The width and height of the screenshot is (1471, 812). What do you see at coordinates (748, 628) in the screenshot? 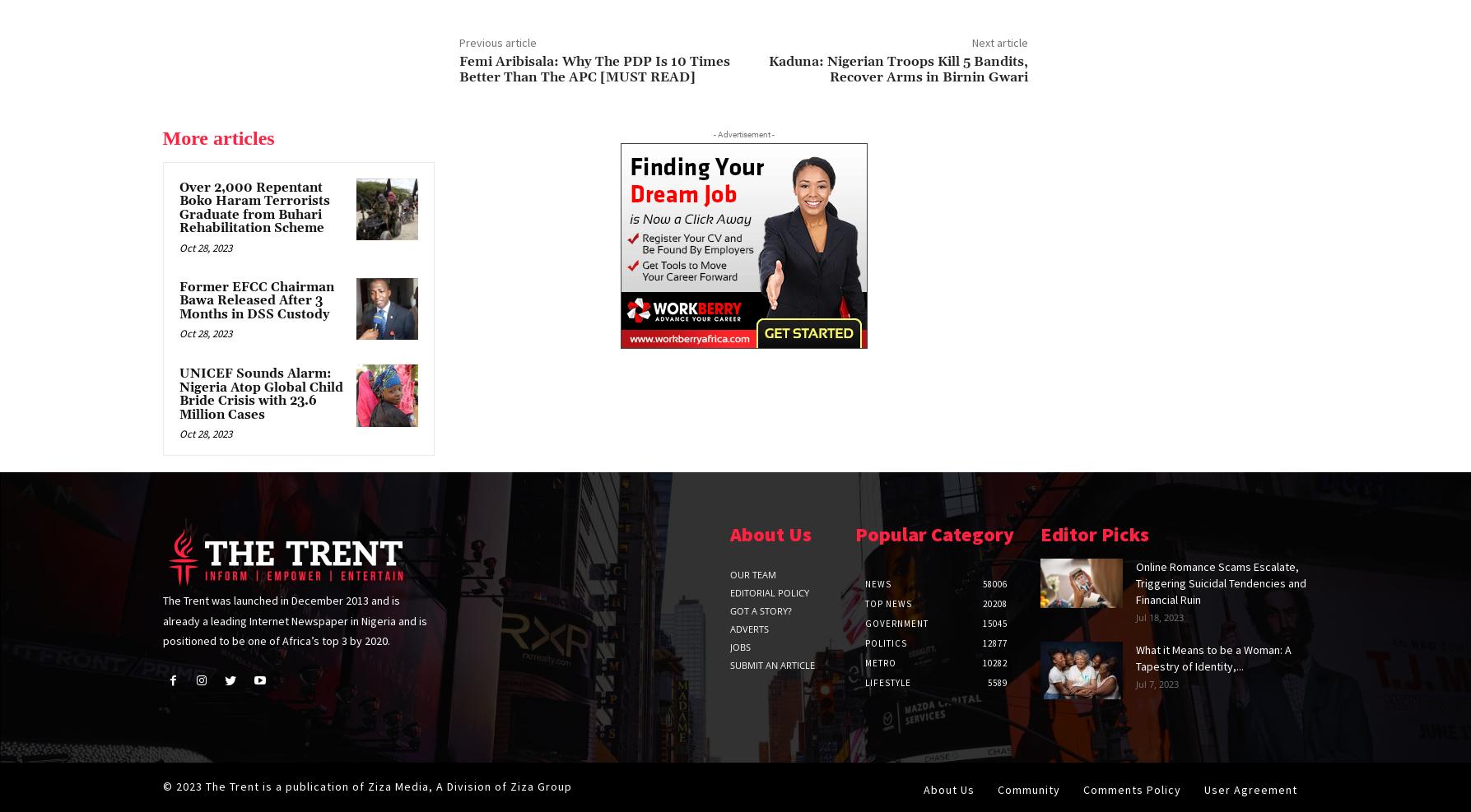
I see `'Adverts'` at bounding box center [748, 628].